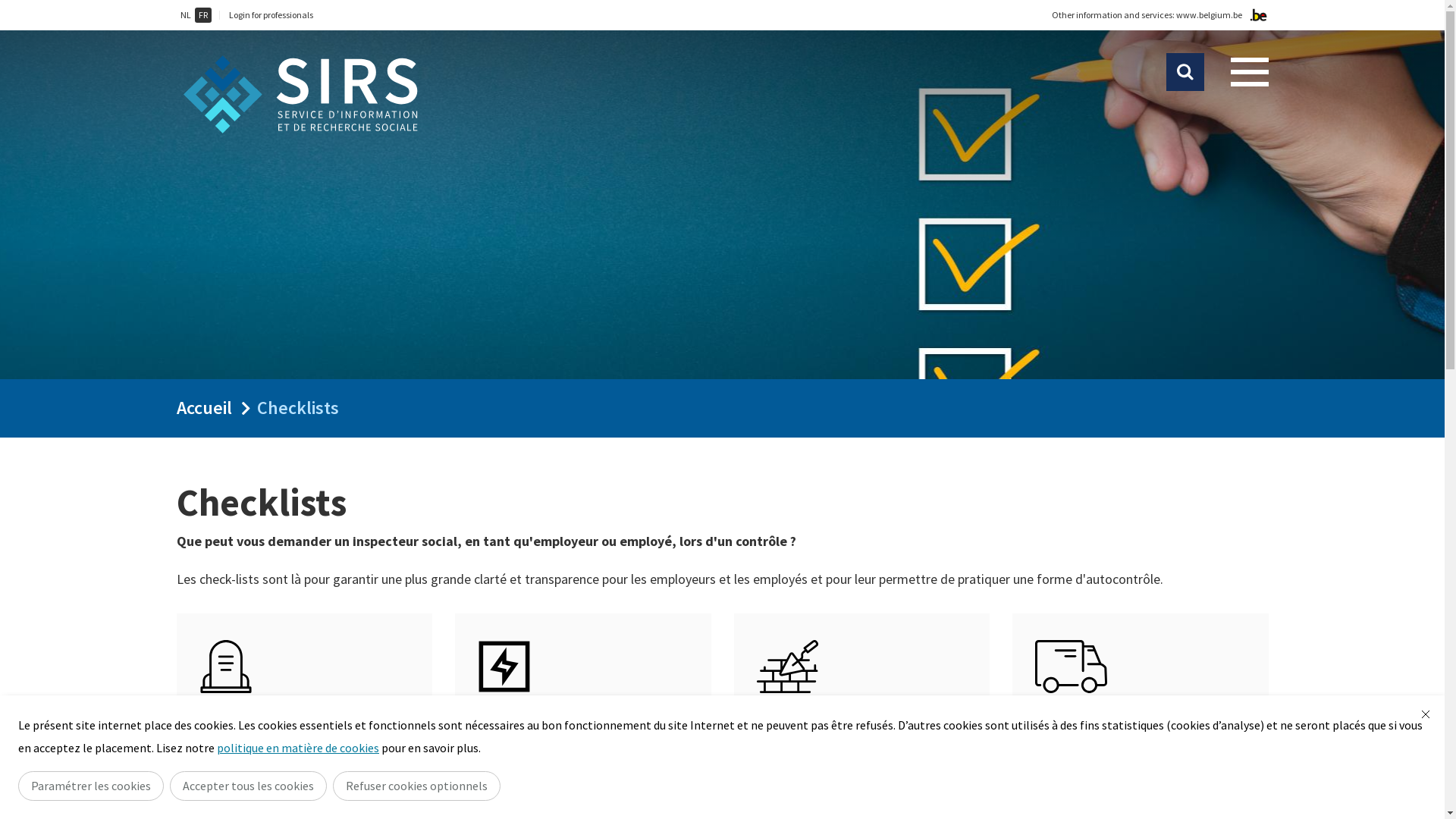  I want to click on 'Accepter tous les cookies', so click(248, 785).